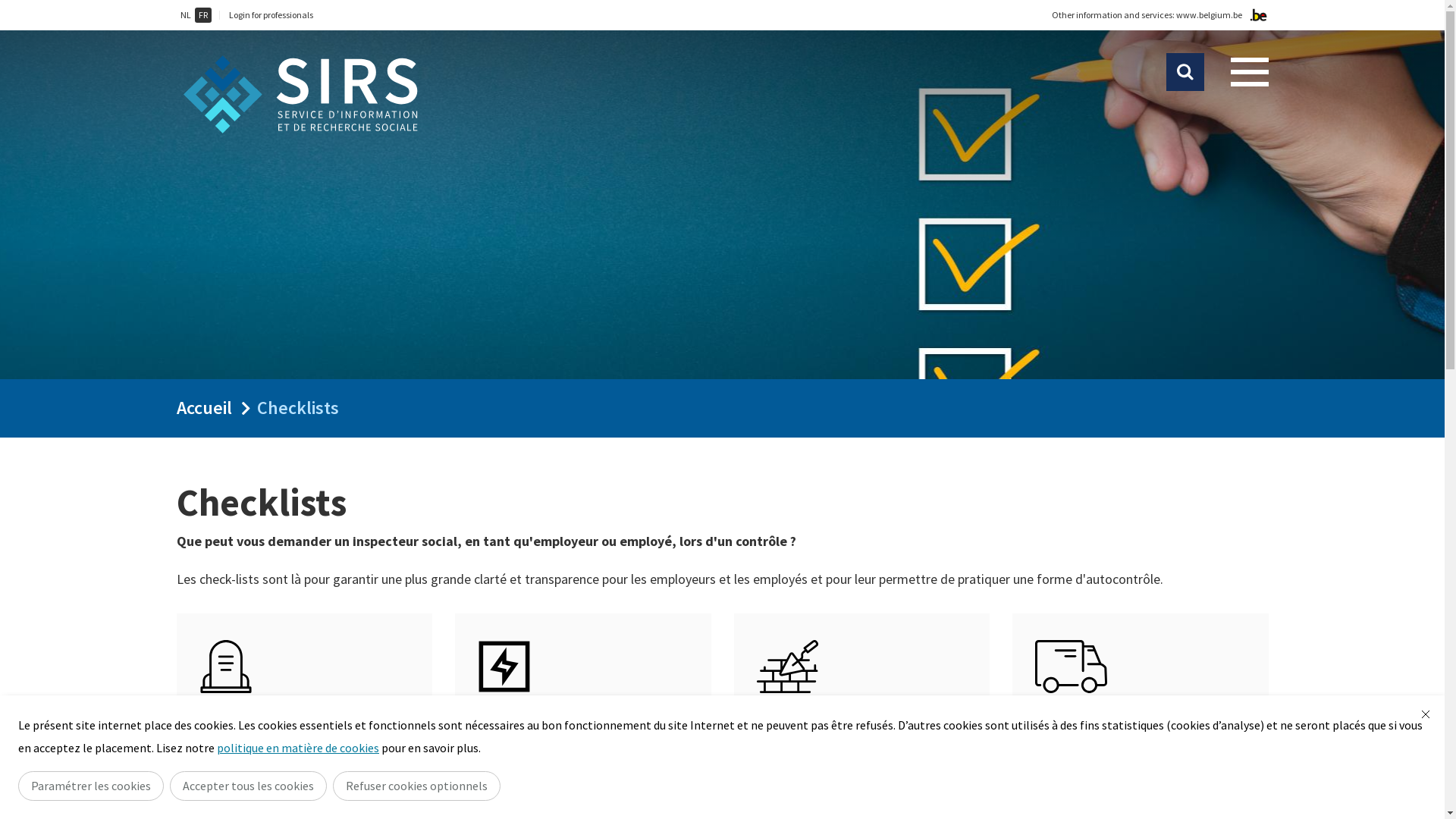  I want to click on 'Accepter tous les cookies', so click(248, 785).